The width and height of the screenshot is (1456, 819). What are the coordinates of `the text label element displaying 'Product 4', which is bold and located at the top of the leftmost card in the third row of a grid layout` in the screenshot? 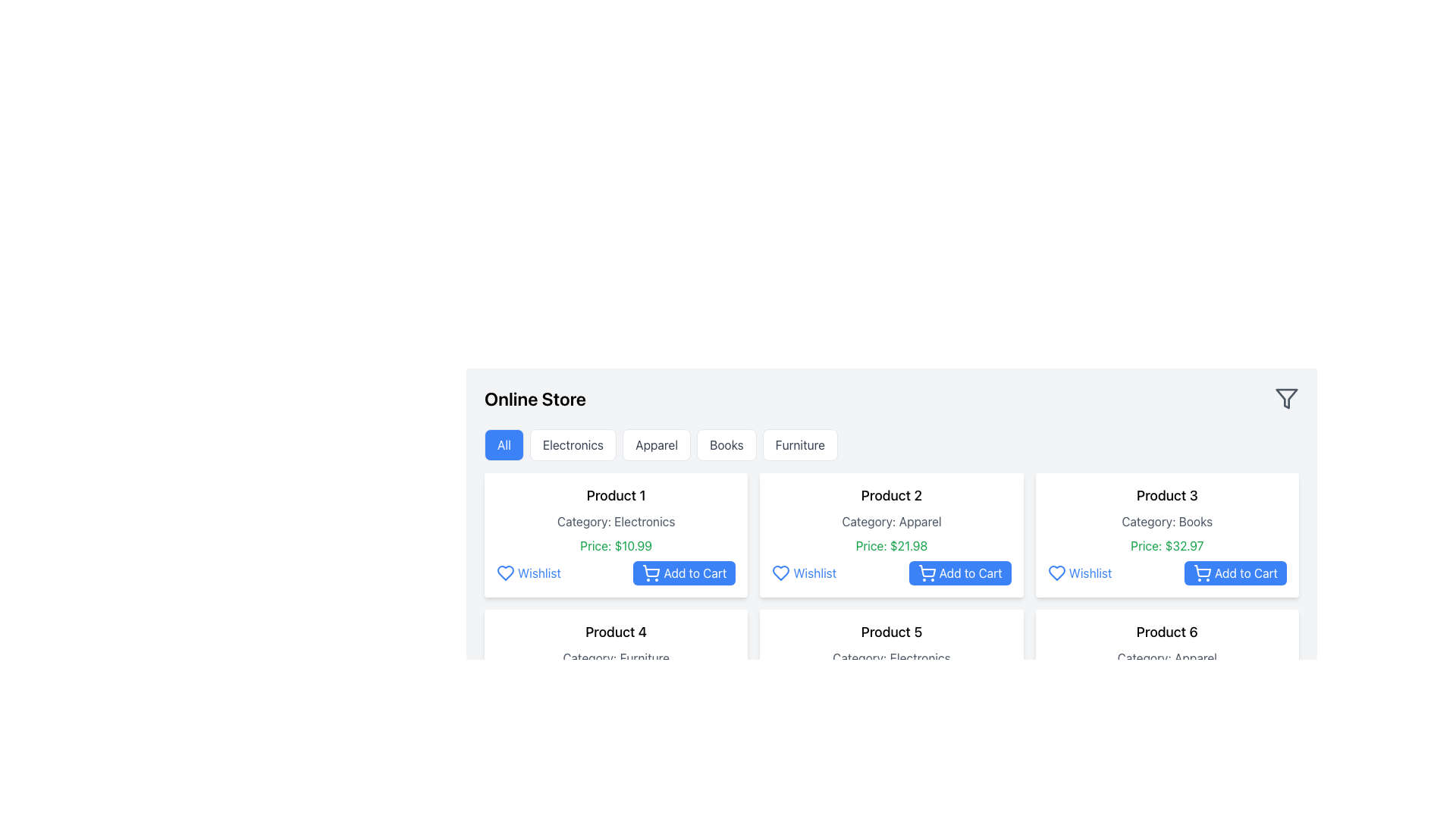 It's located at (616, 632).